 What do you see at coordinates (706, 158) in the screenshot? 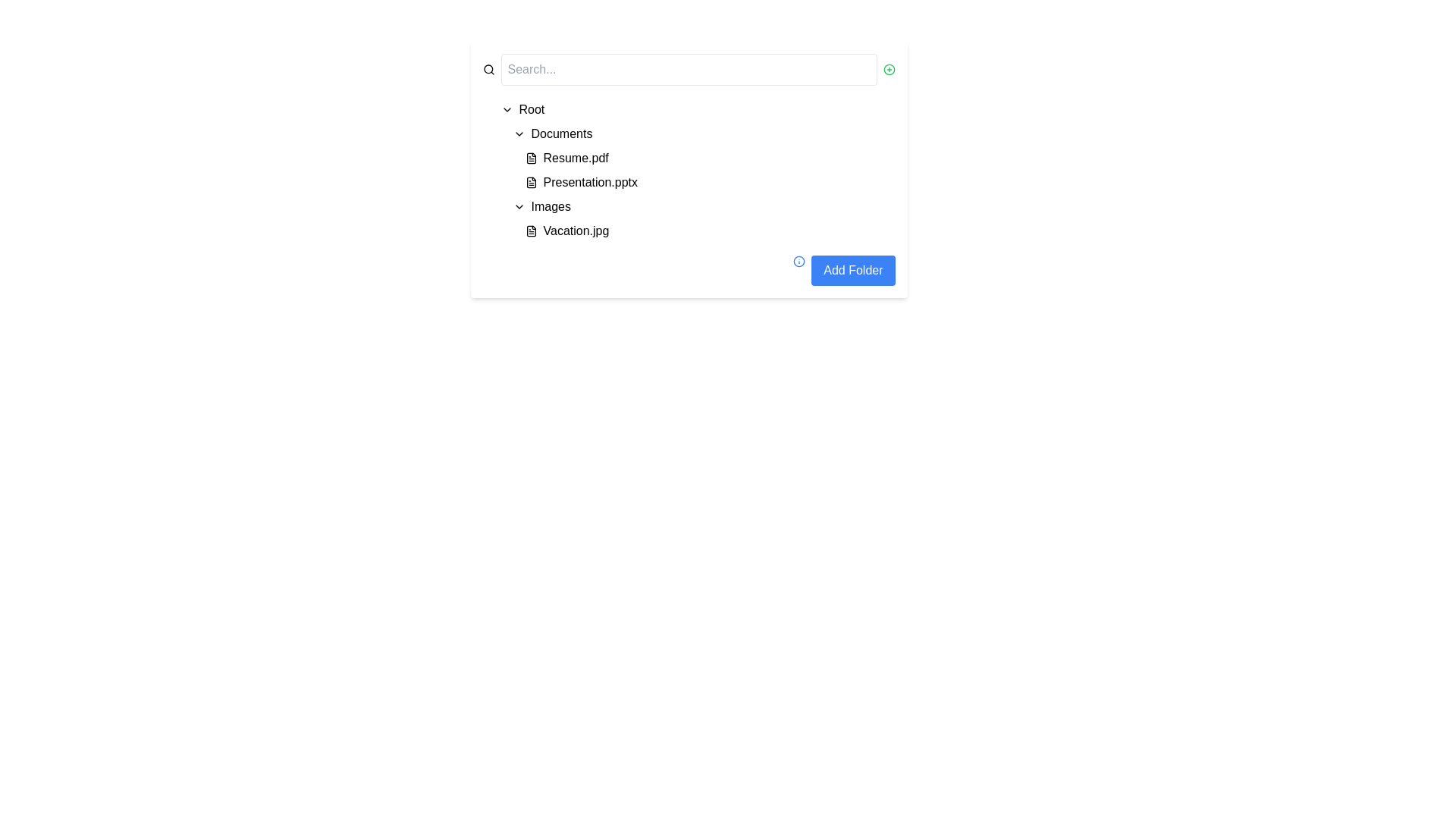
I see `the file entry item labeled 'Resume.pdf'` at bounding box center [706, 158].